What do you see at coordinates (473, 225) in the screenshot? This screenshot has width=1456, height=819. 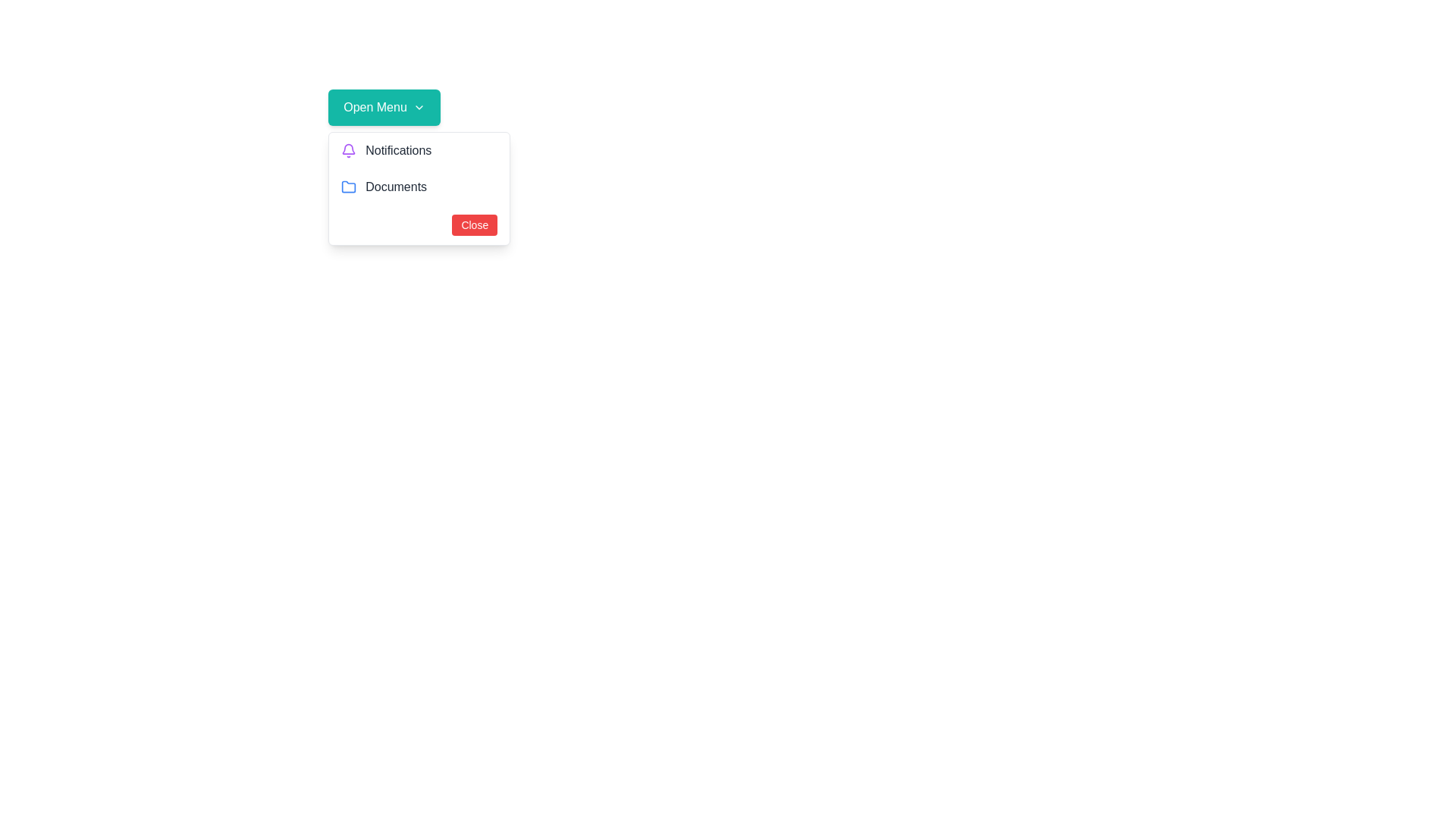 I see `the red 'Close' button with white text inside, located at the bottom-right corner of the dropdown menu` at bounding box center [473, 225].